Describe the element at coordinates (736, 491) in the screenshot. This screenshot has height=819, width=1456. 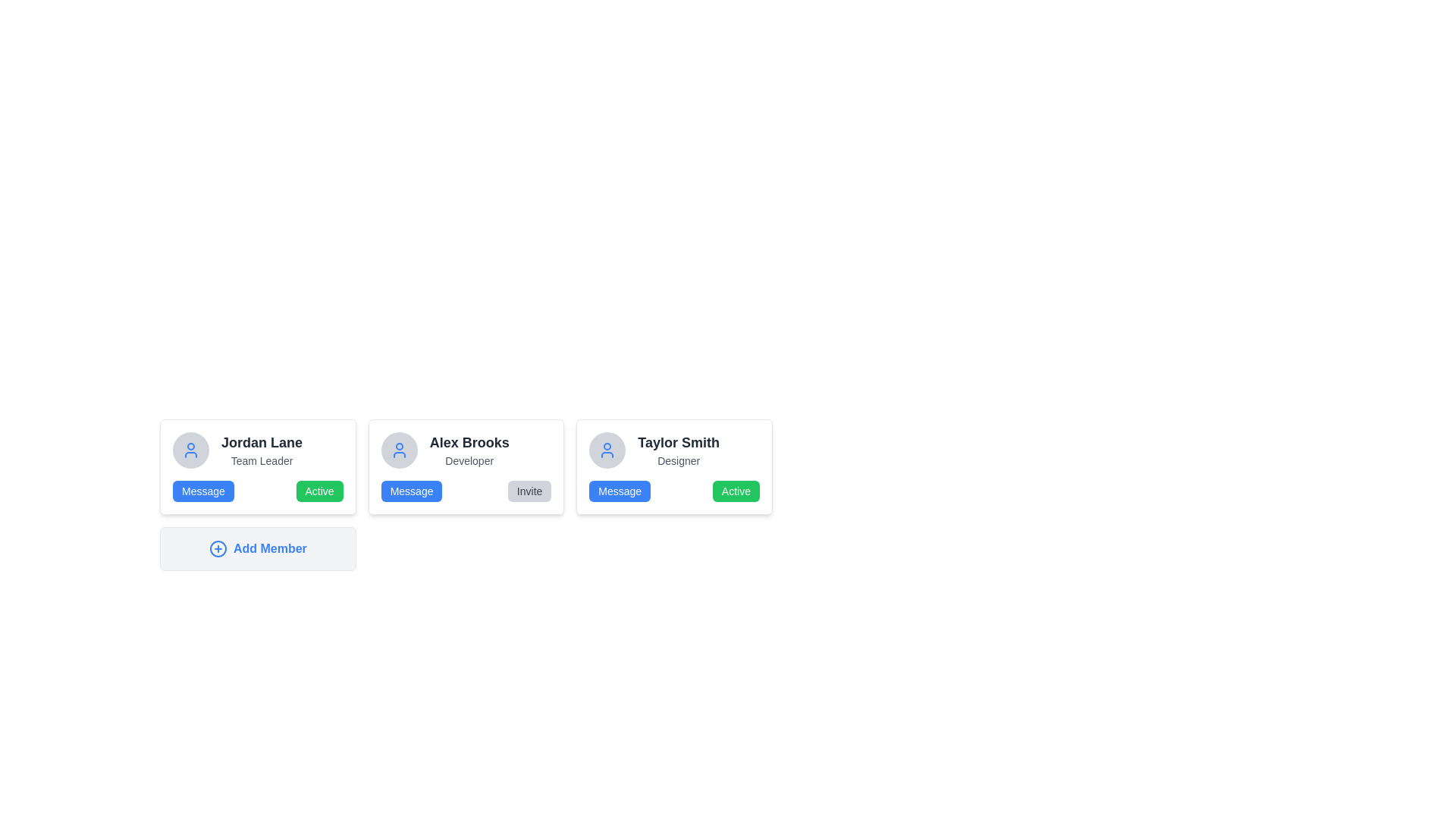
I see `the bright green button labeled 'Active'` at that location.